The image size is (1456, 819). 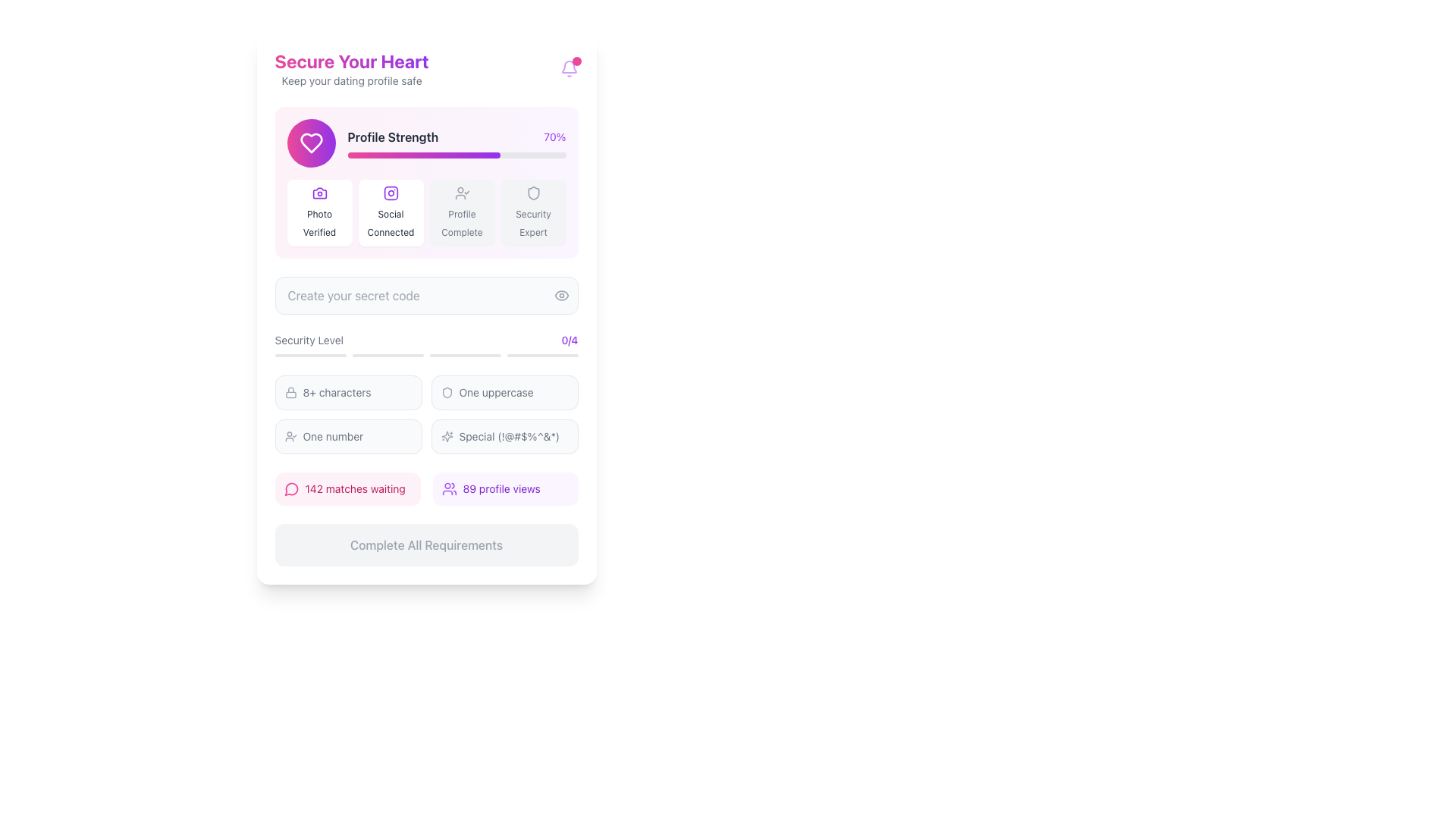 I want to click on the informative card indicating that the user's photo has been verified, which is the first card in the group located under the 'Profile Strength' section, so click(x=318, y=213).